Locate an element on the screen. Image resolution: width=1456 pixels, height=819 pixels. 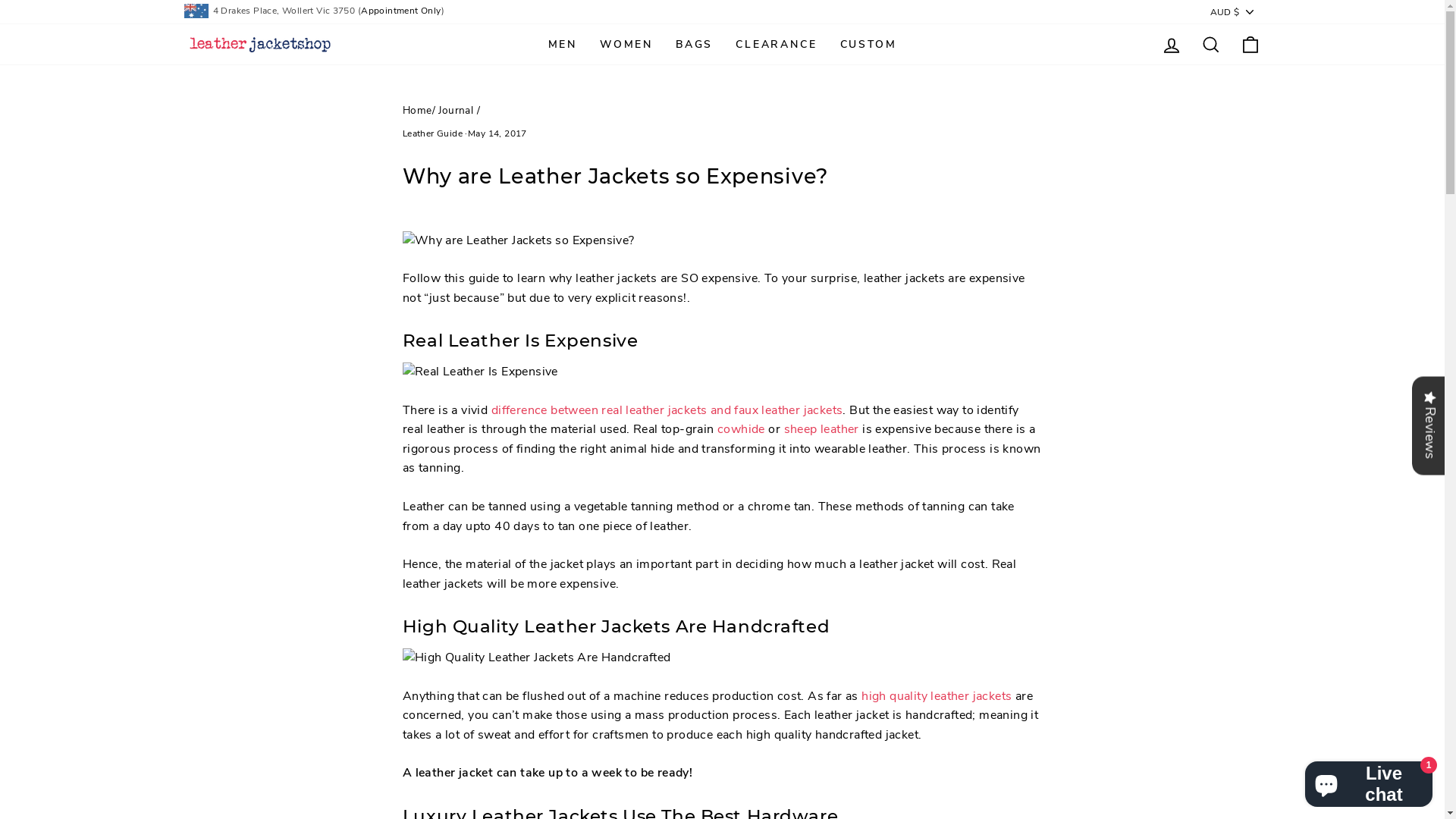
'AUD $' is located at coordinates (1233, 11).